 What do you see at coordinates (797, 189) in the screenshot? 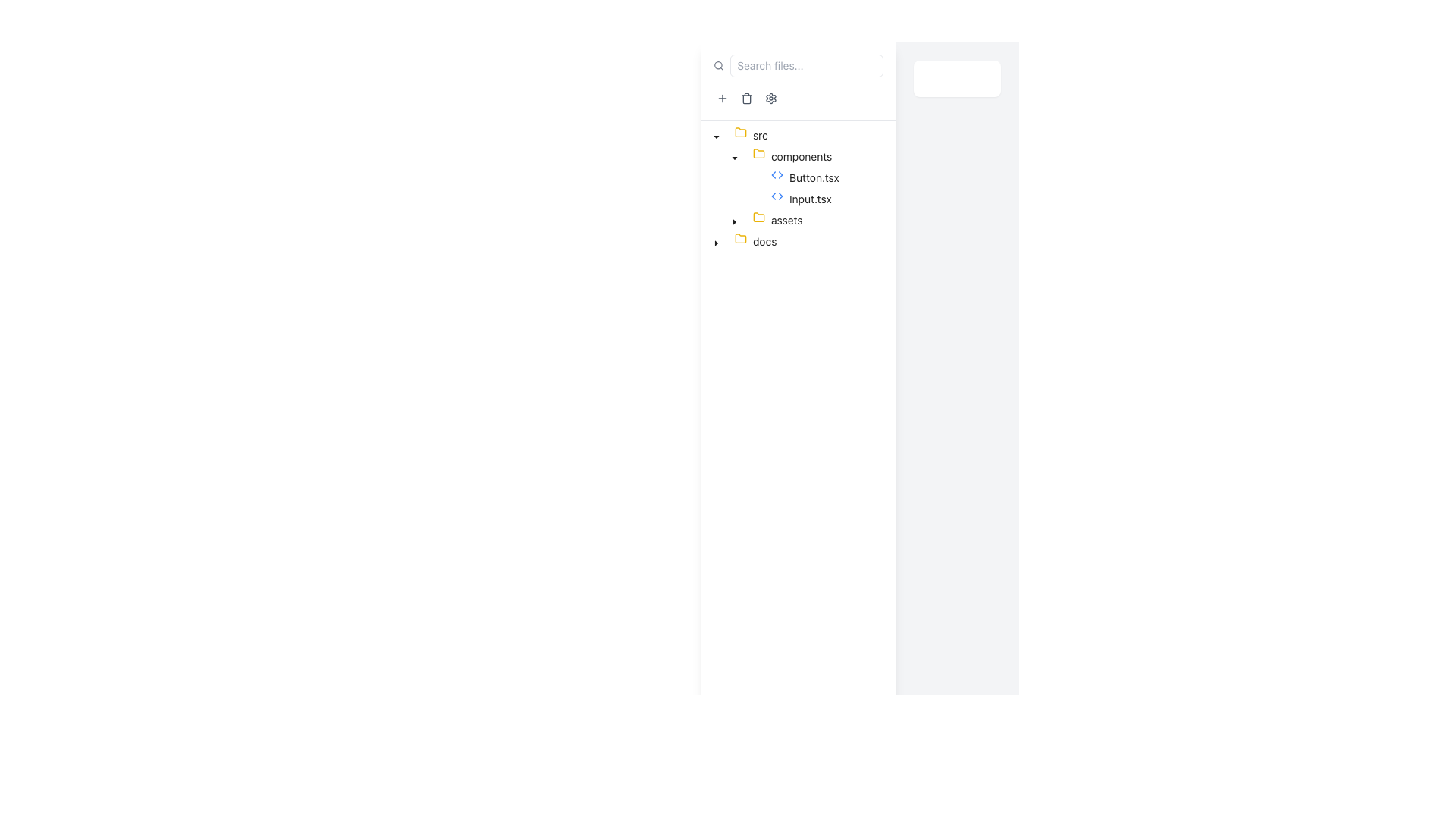
I see `to select the file named 'Input.tsx' in the directory tree structure located within the components folder` at bounding box center [797, 189].